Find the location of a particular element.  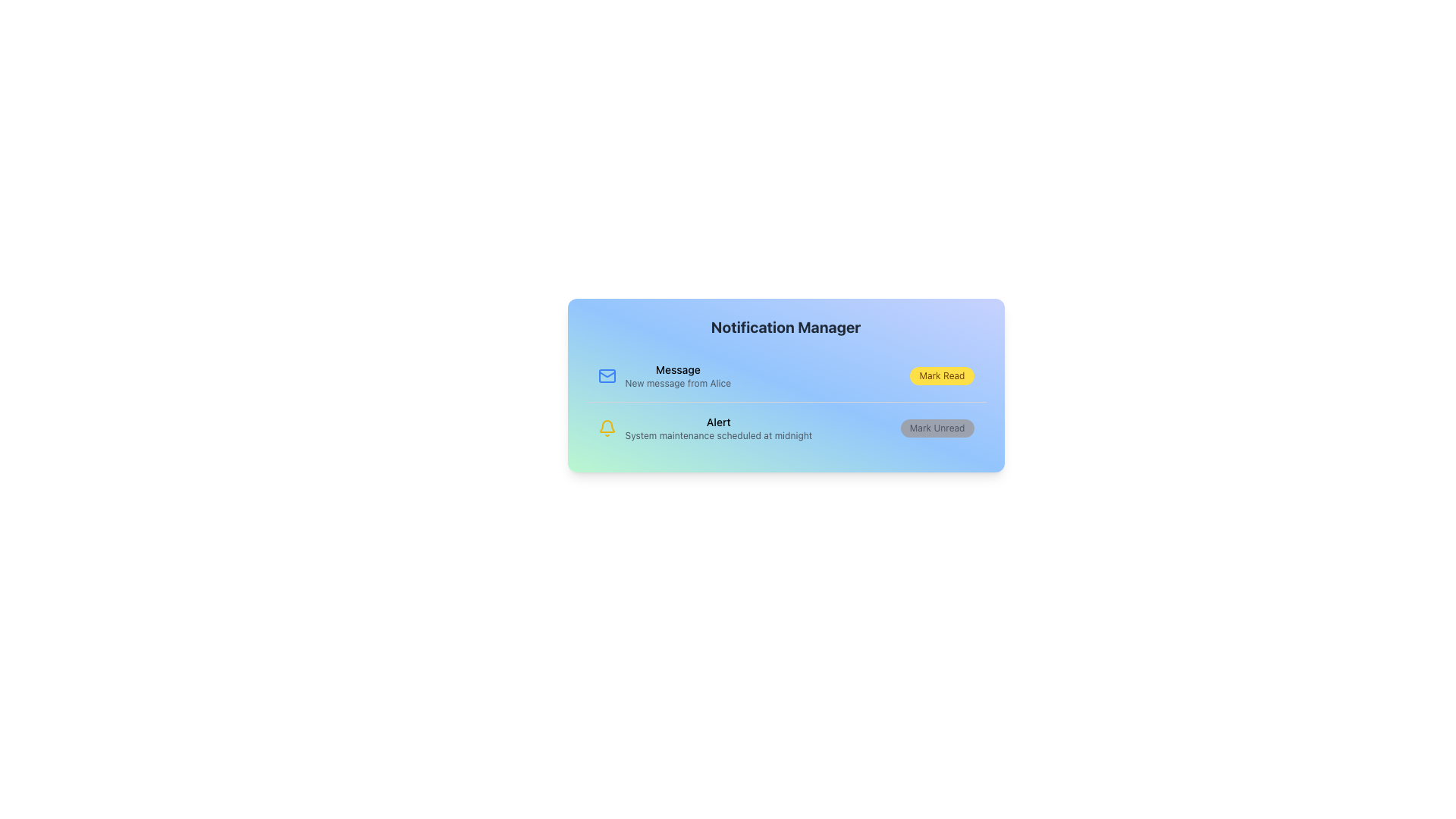

the text label displaying 'Alert' in bold styling, located in the 'Notification Manager' section, above the descriptor 'System maintenance scheduled at midnight.' is located at coordinates (717, 422).